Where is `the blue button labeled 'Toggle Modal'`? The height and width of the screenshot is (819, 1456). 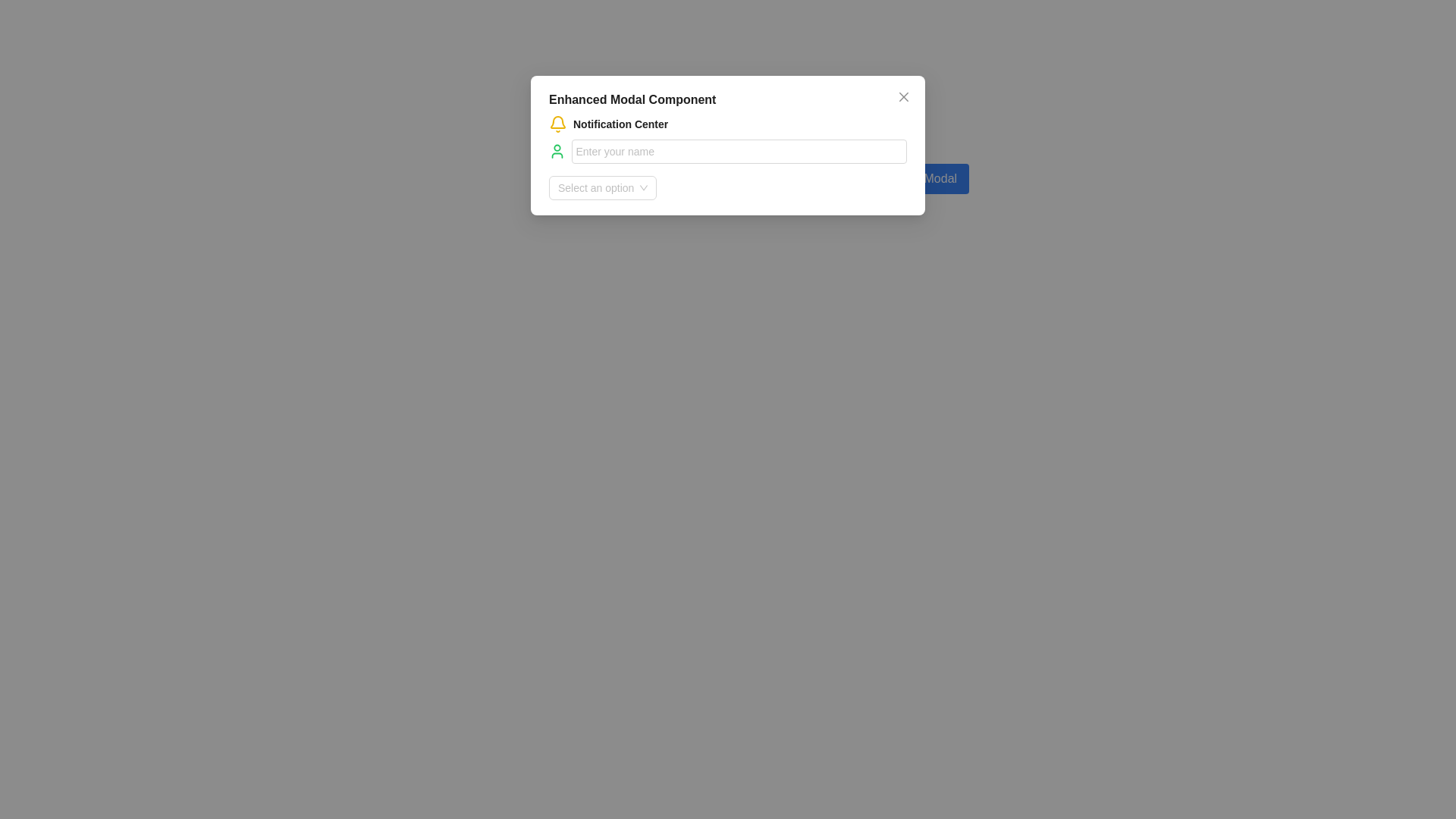 the blue button labeled 'Toggle Modal' is located at coordinates (920, 177).